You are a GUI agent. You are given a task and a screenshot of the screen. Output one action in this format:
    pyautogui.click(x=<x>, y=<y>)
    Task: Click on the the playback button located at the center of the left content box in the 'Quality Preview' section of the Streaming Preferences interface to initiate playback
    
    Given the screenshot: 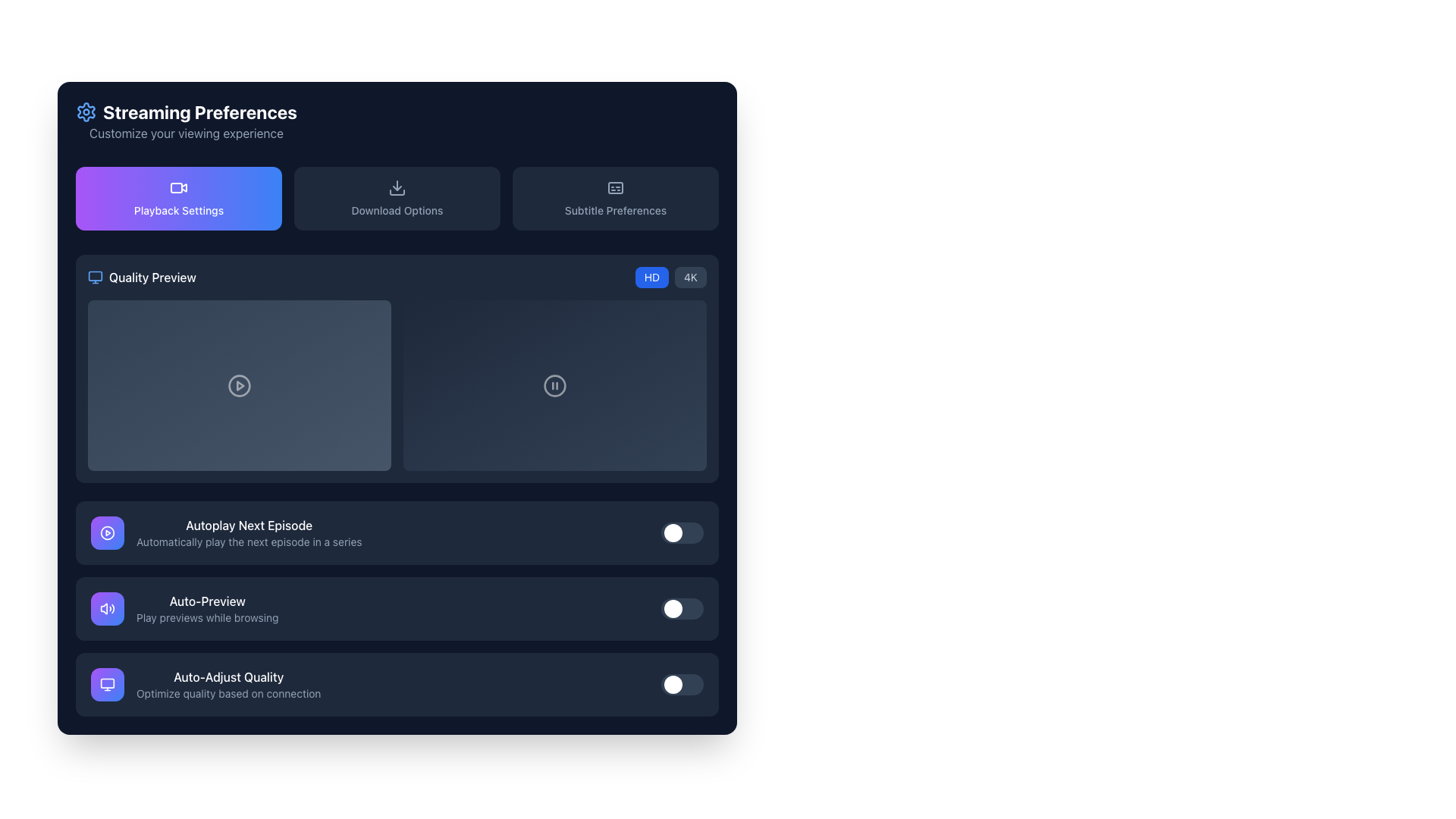 What is the action you would take?
    pyautogui.click(x=239, y=384)
    